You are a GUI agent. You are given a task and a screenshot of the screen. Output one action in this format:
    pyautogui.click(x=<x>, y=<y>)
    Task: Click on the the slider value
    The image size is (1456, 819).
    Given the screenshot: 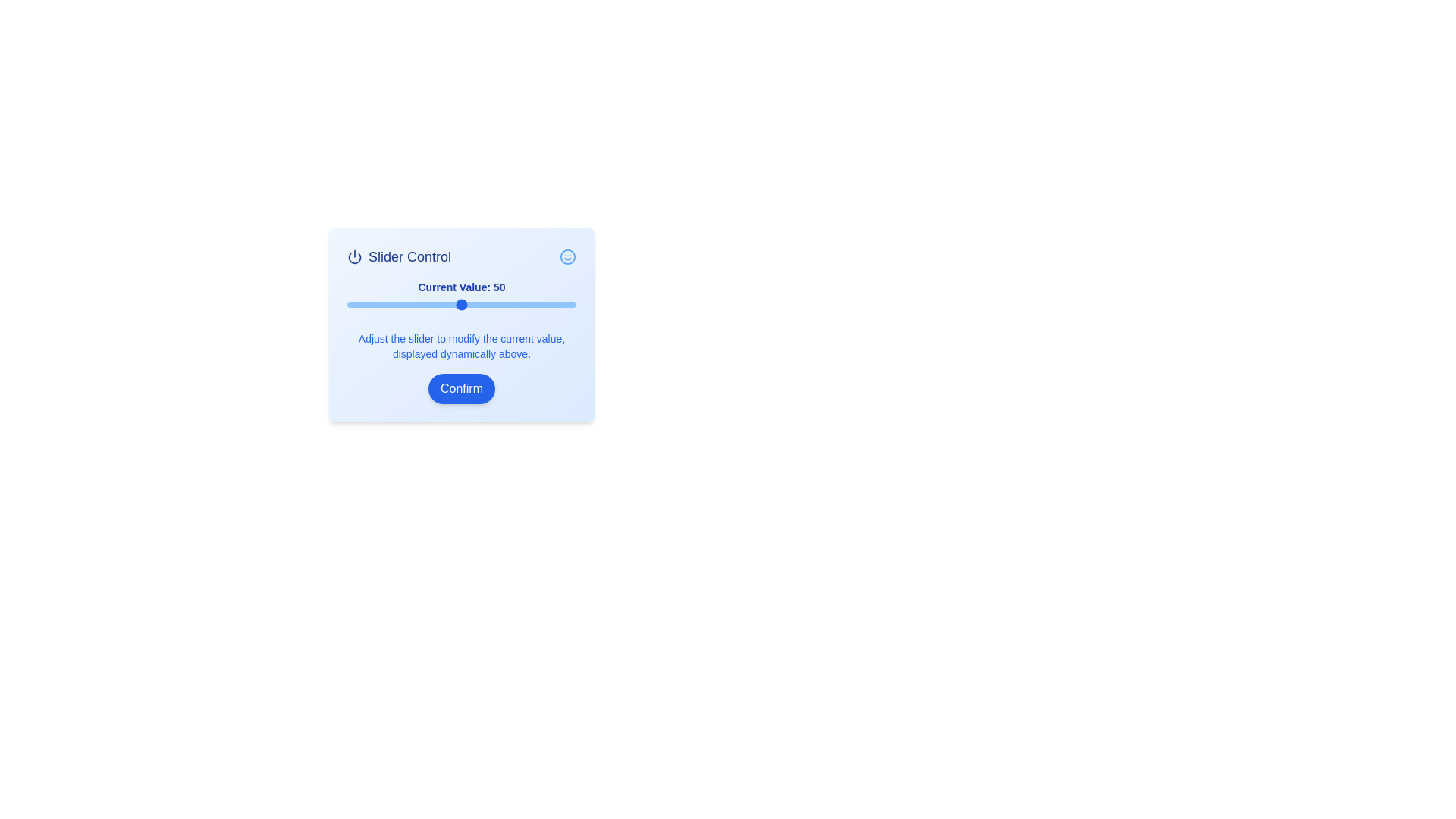 What is the action you would take?
    pyautogui.click(x=428, y=304)
    